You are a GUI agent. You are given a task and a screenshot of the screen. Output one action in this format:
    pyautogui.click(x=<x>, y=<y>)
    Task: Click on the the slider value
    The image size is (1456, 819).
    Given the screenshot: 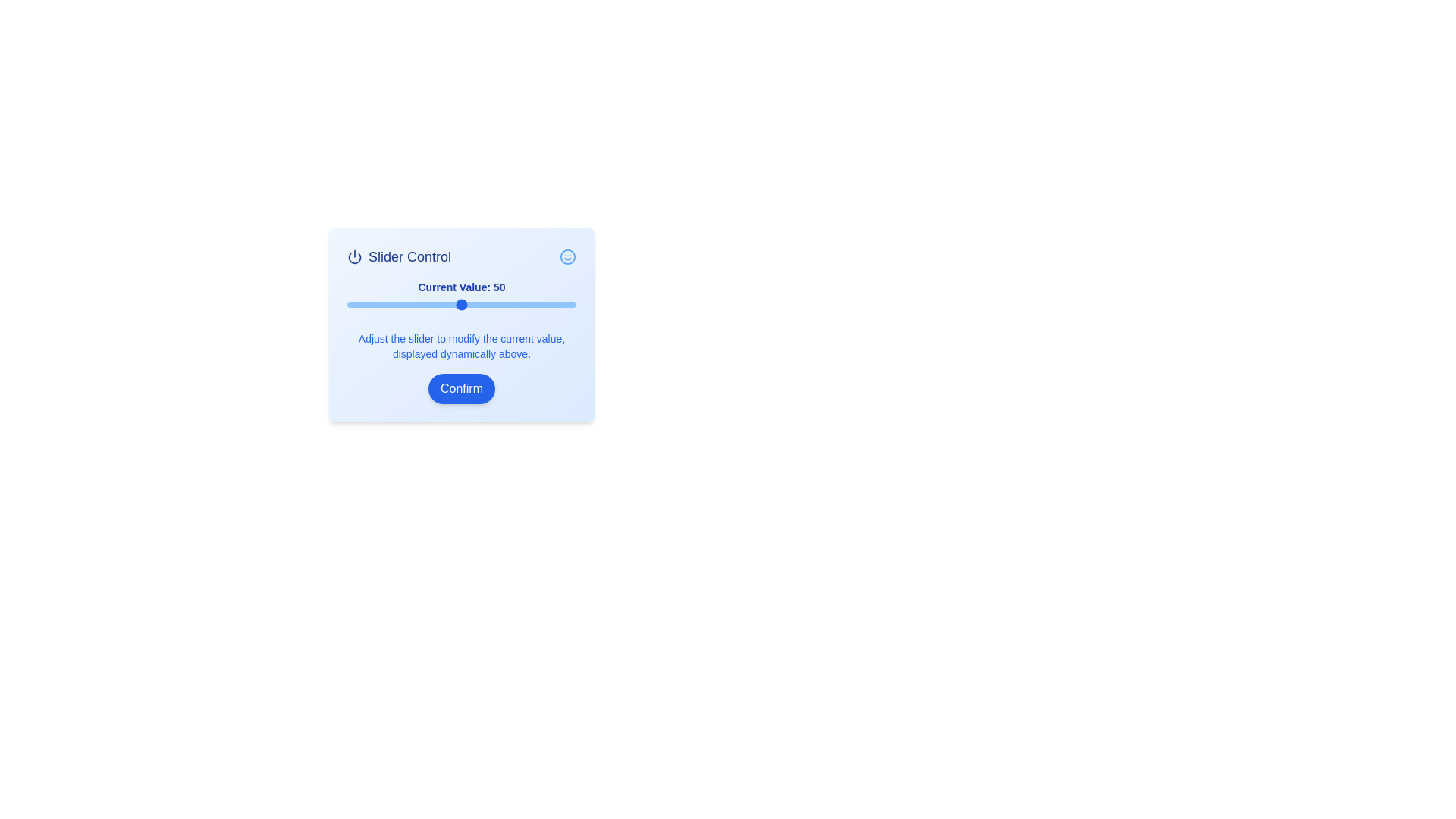 What is the action you would take?
    pyautogui.click(x=428, y=304)
    